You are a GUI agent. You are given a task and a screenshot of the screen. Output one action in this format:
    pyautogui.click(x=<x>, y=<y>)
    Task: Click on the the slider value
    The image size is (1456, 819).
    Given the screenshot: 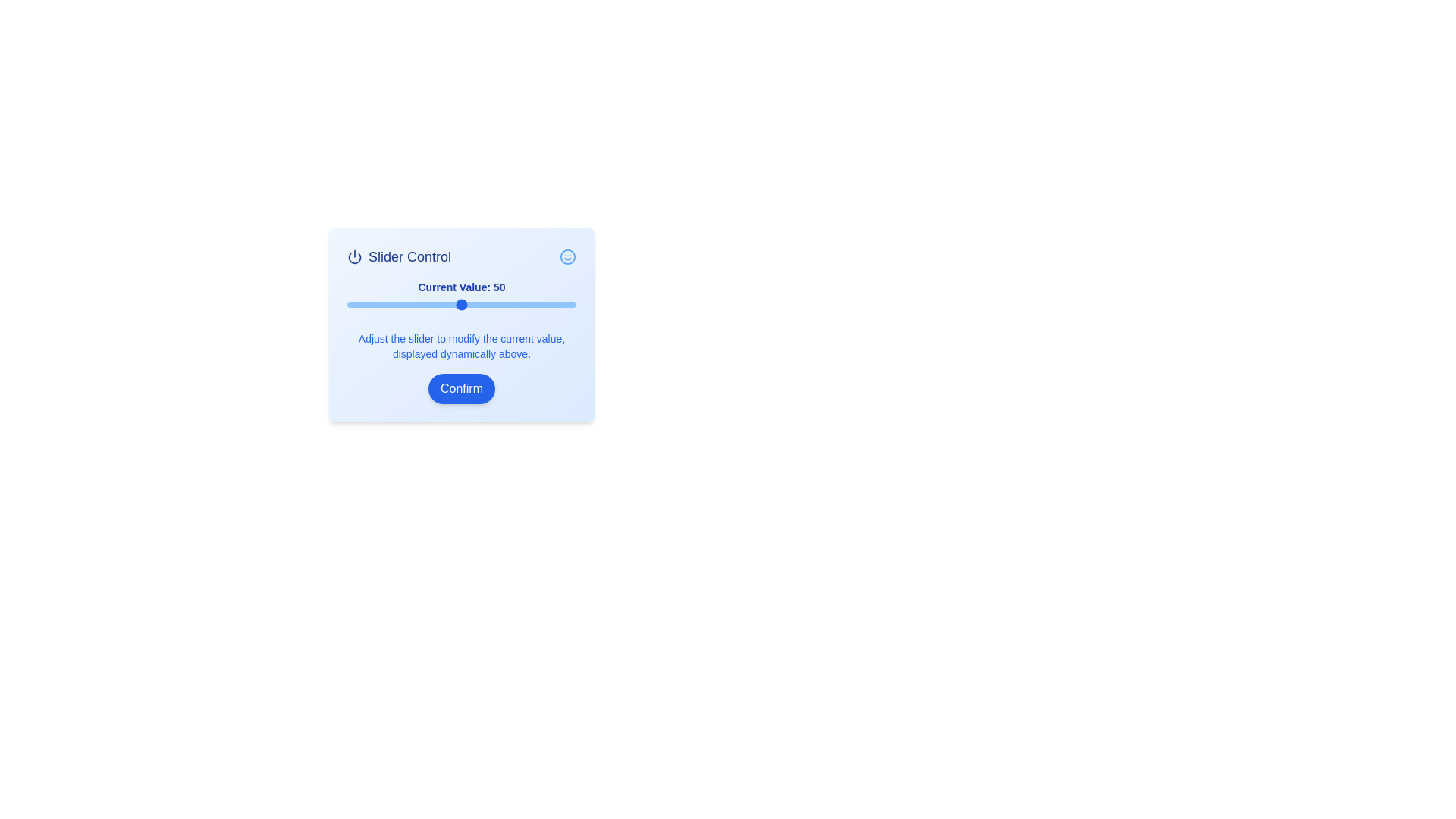 What is the action you would take?
    pyautogui.click(x=428, y=304)
    